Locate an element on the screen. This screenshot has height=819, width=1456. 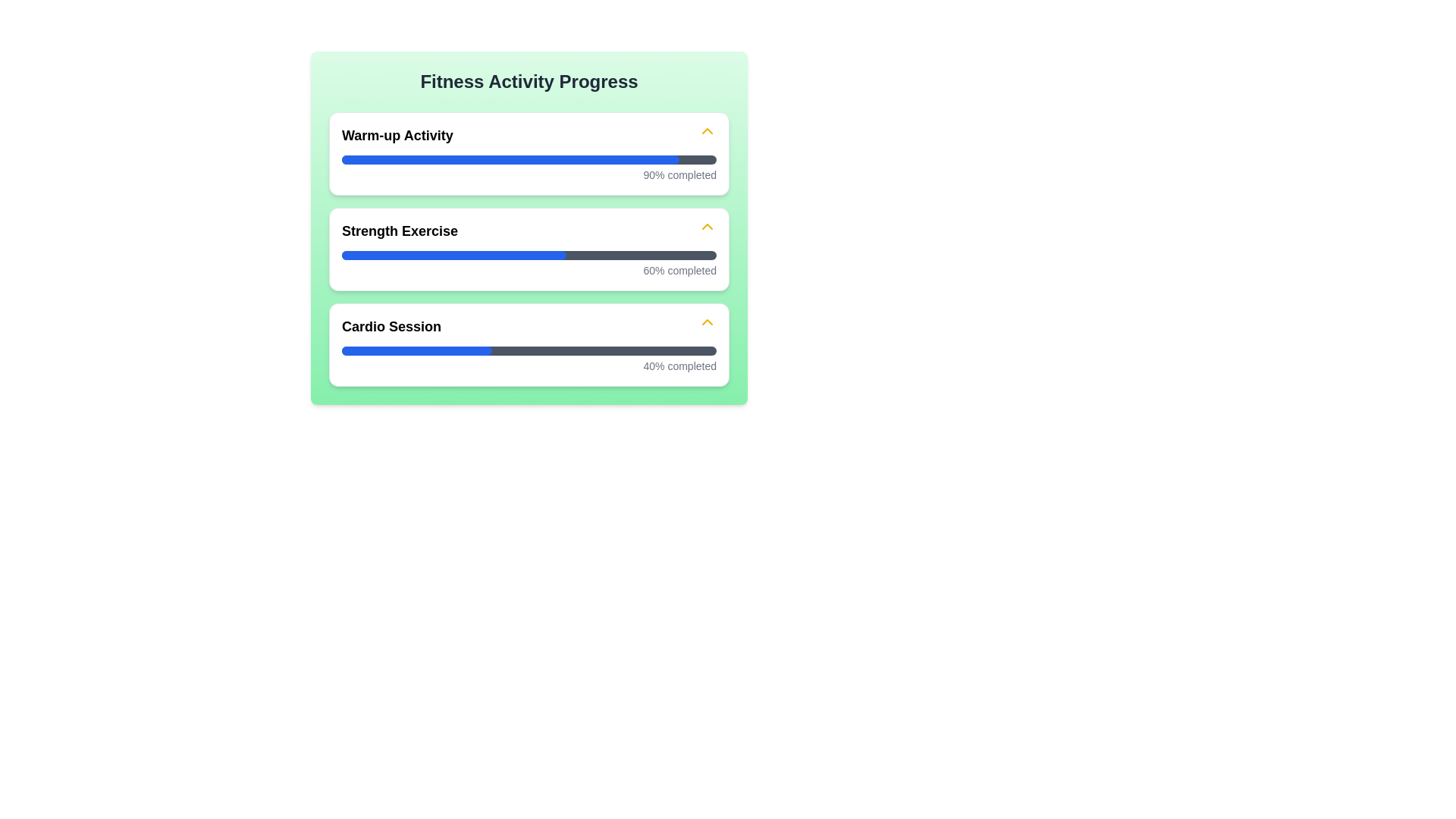
the rectangular progress bar with a blue-filled section covering 60% of the total width, located within the 'Strength Exercise' progress card is located at coordinates (453, 254).